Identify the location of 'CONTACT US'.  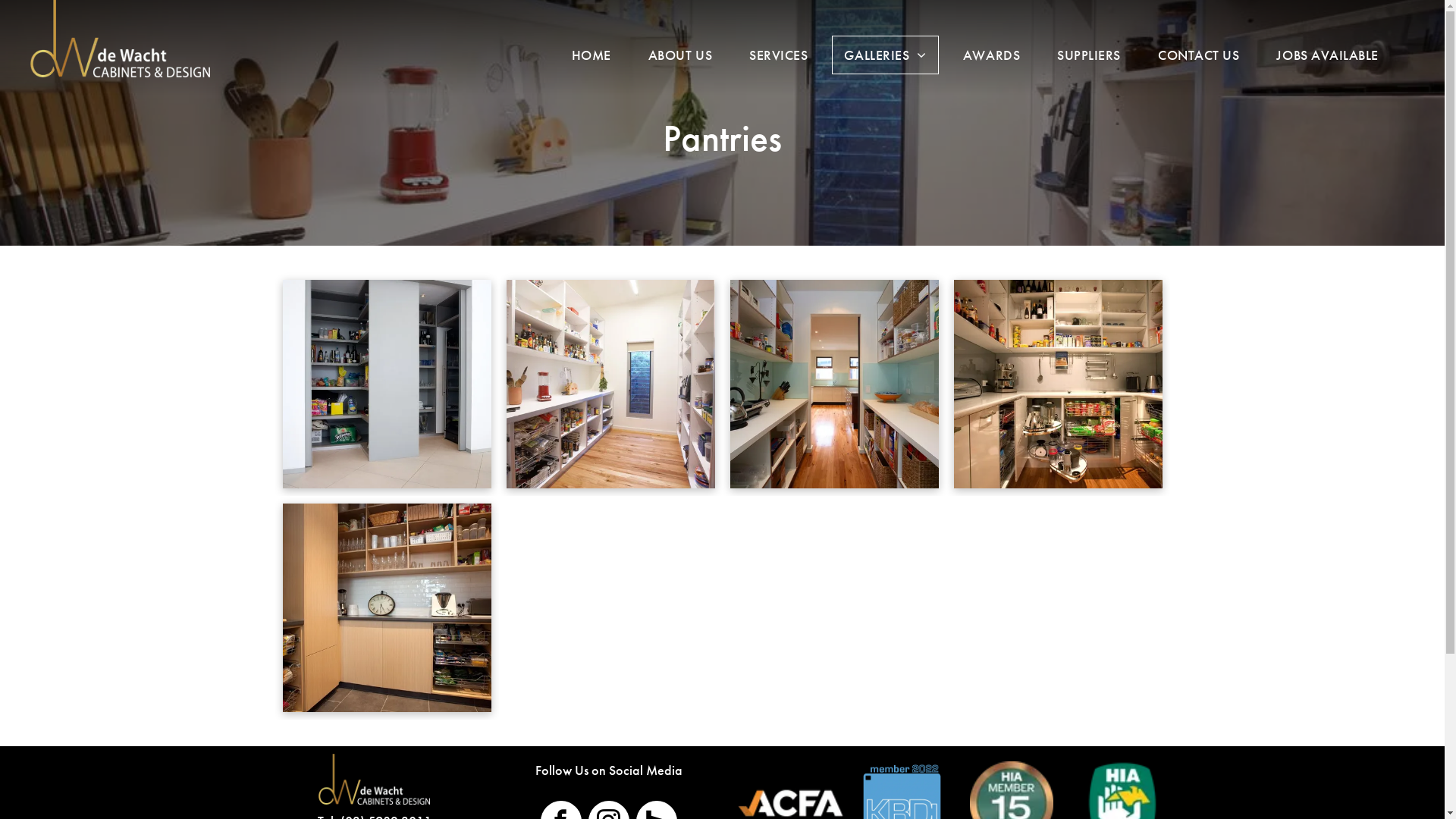
(1197, 54).